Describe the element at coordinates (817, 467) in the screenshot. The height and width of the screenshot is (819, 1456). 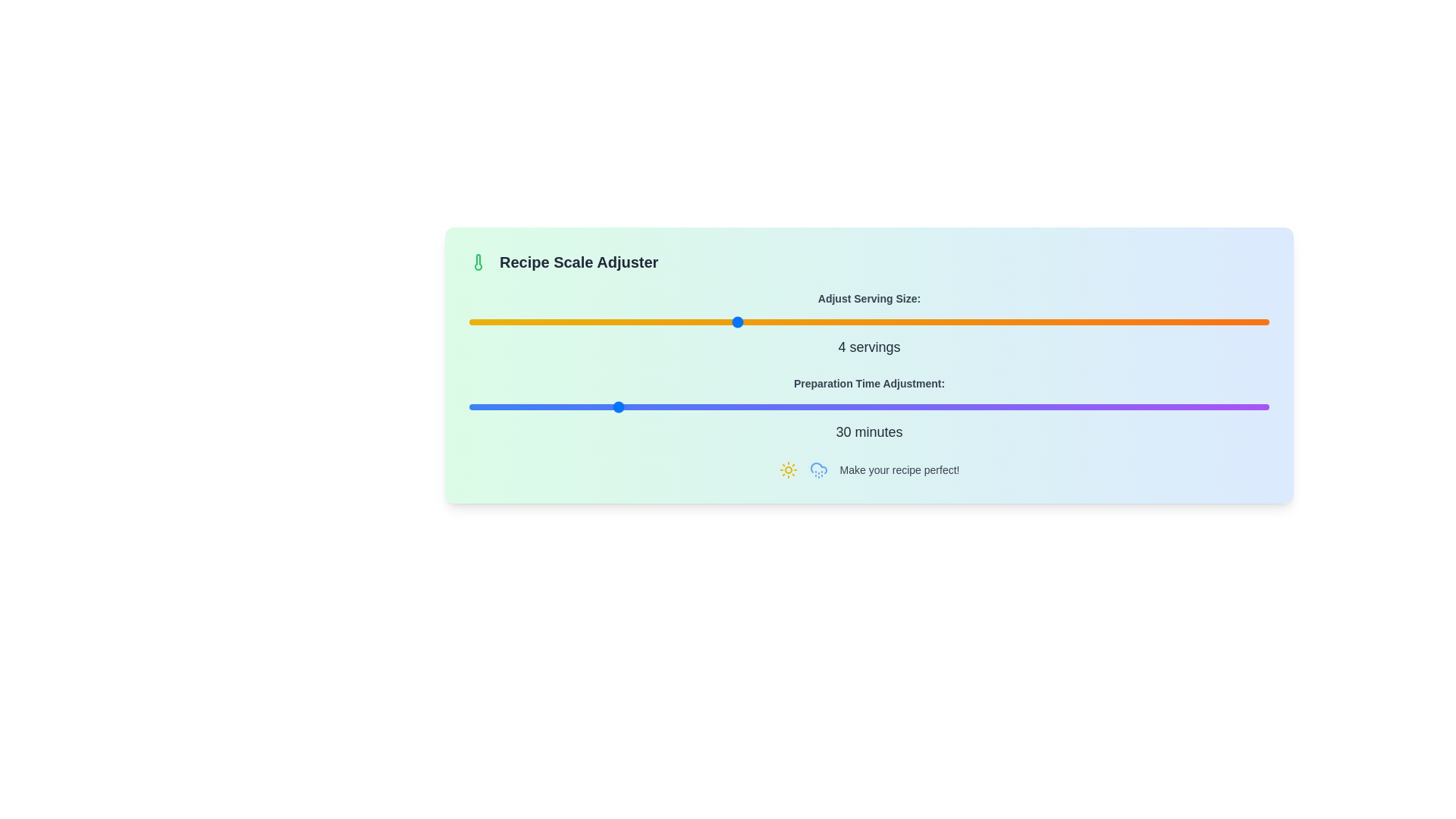
I see `the cloud icon with raindrops, styled in blue, located near the top-left corner of the interface` at that location.